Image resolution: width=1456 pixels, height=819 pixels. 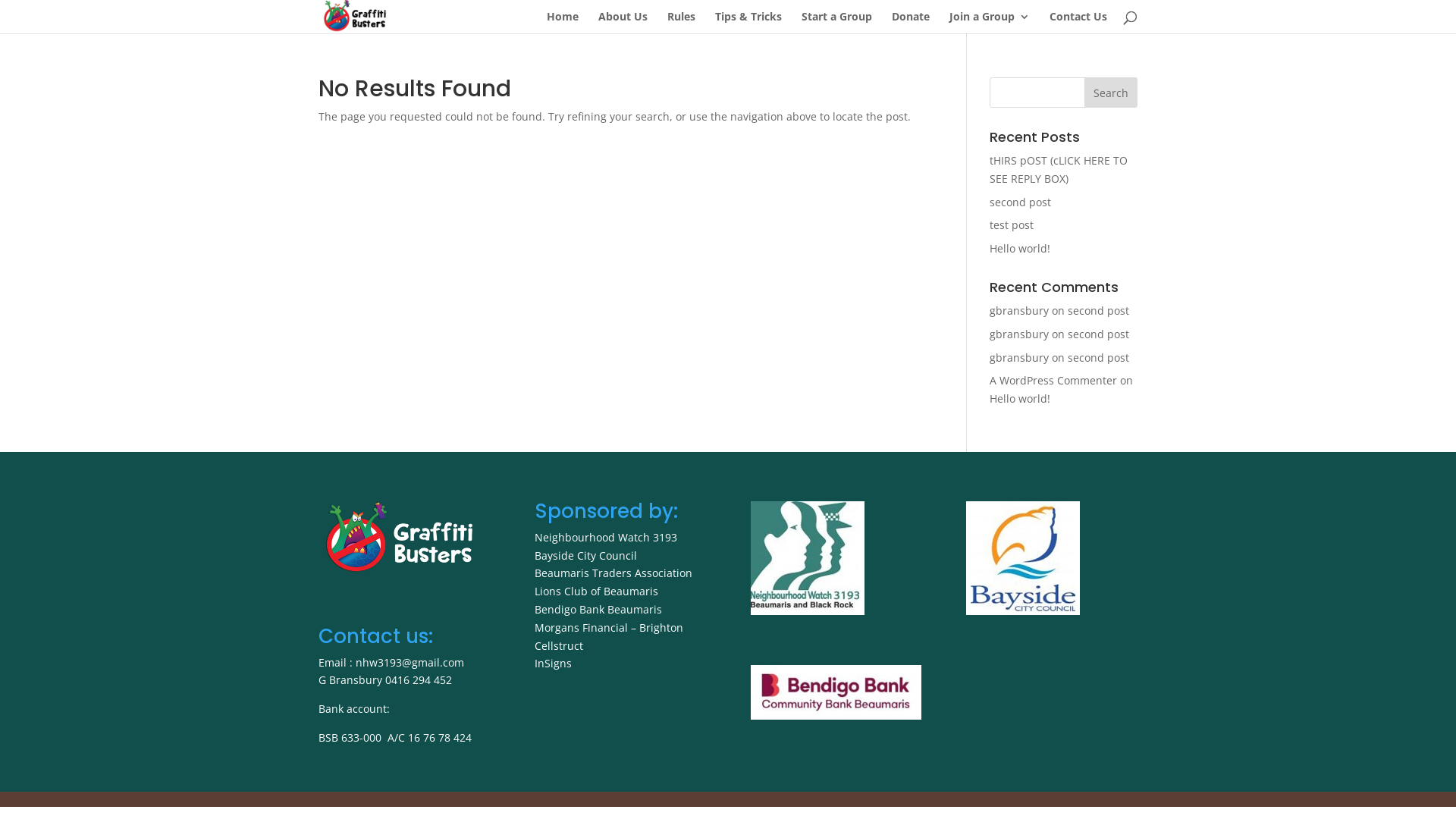 What do you see at coordinates (623, 22) in the screenshot?
I see `'About Us'` at bounding box center [623, 22].